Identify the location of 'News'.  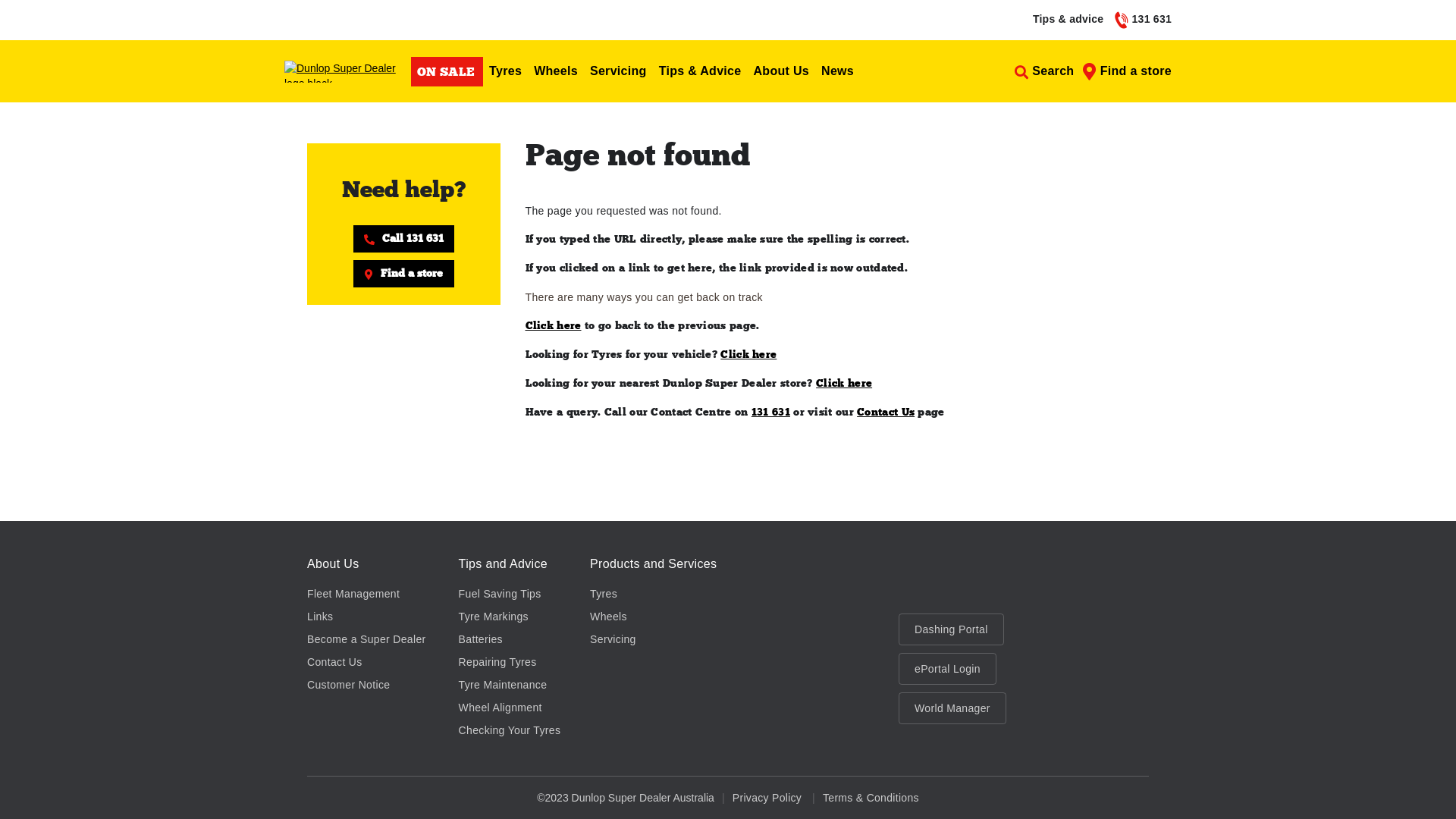
(836, 71).